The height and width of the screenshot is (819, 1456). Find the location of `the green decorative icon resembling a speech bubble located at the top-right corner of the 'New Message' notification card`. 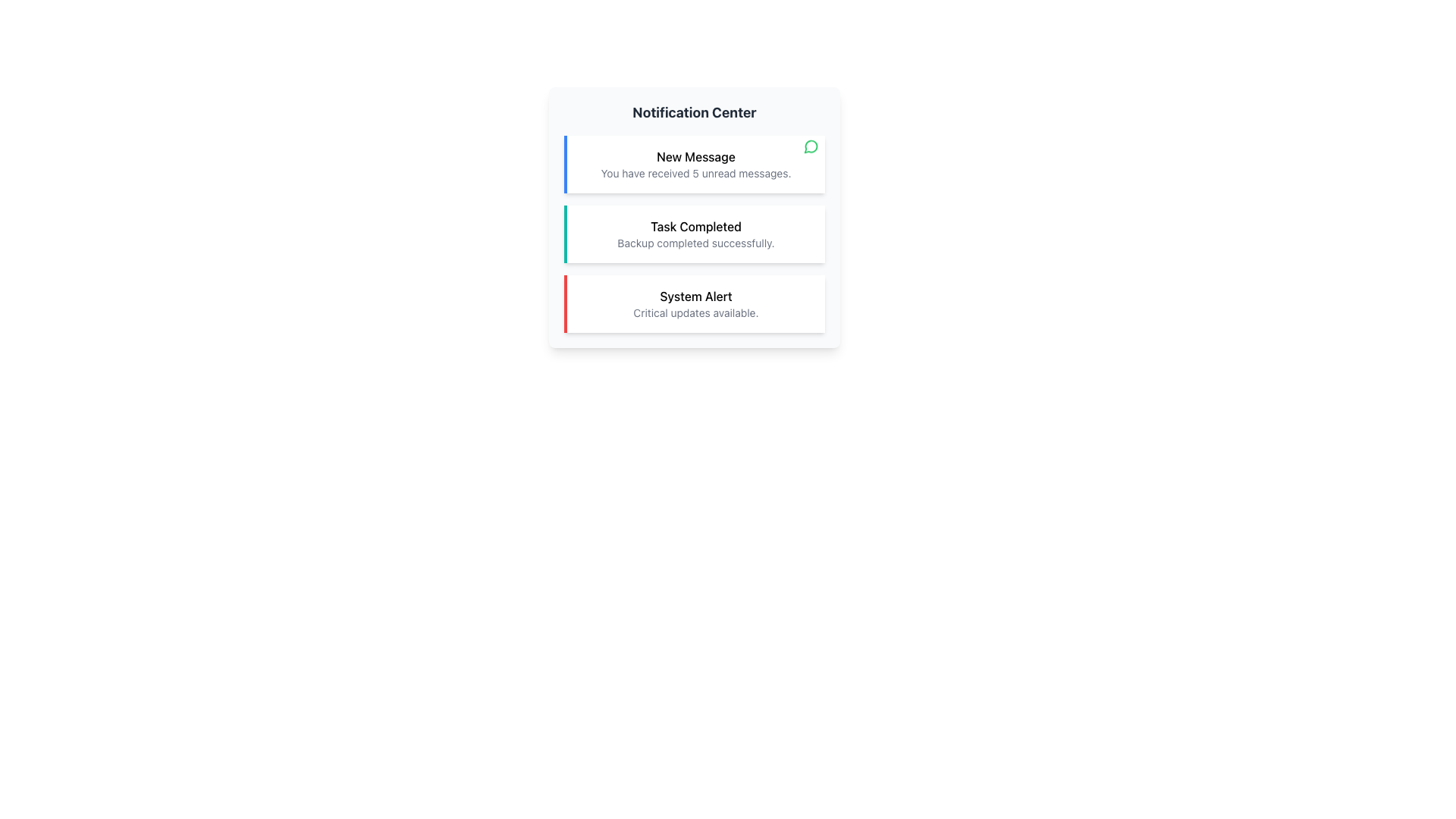

the green decorative icon resembling a speech bubble located at the top-right corner of the 'New Message' notification card is located at coordinates (811, 149).